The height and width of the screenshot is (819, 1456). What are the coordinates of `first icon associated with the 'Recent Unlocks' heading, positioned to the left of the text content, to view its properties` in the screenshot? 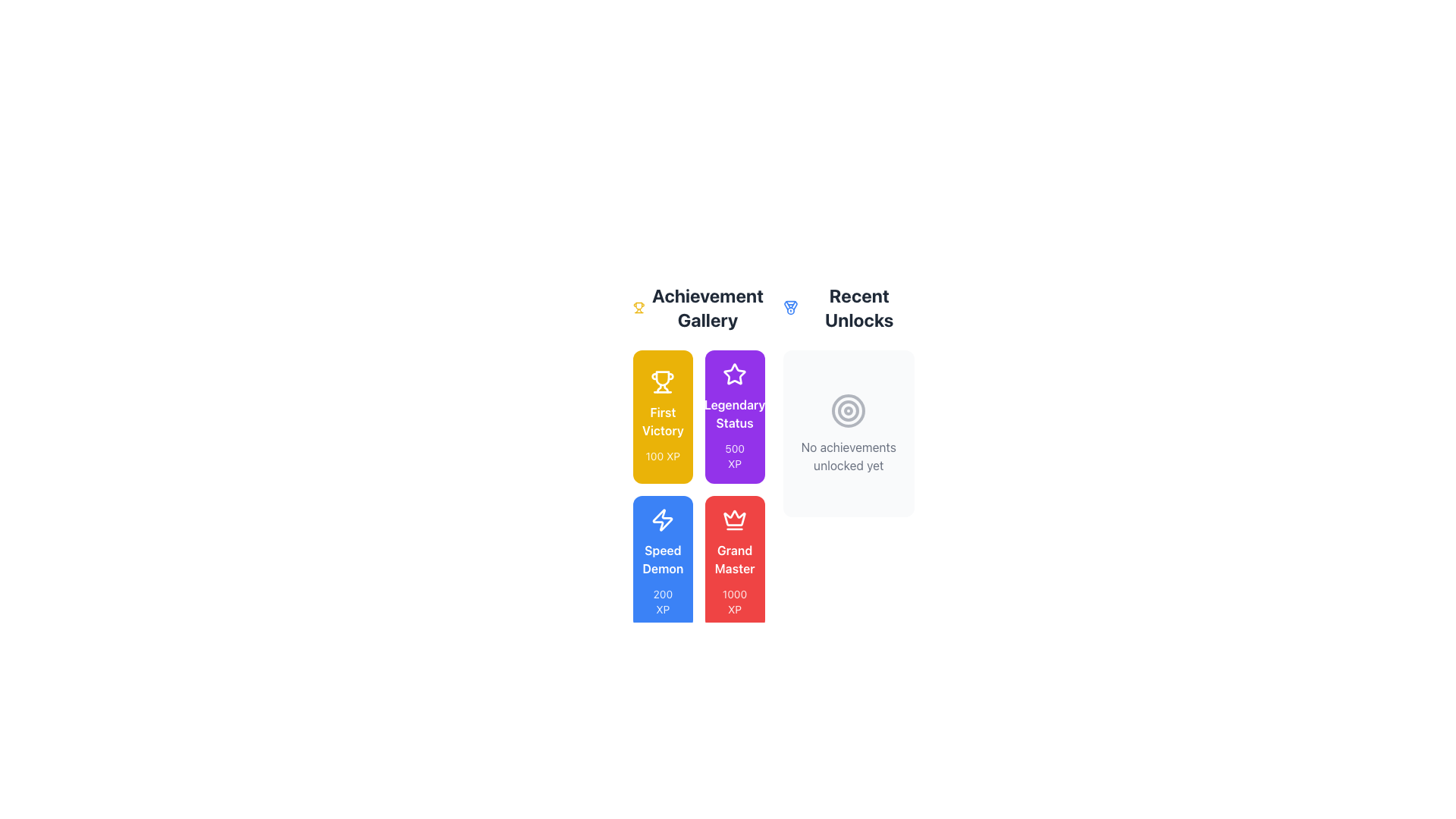 It's located at (789, 307).